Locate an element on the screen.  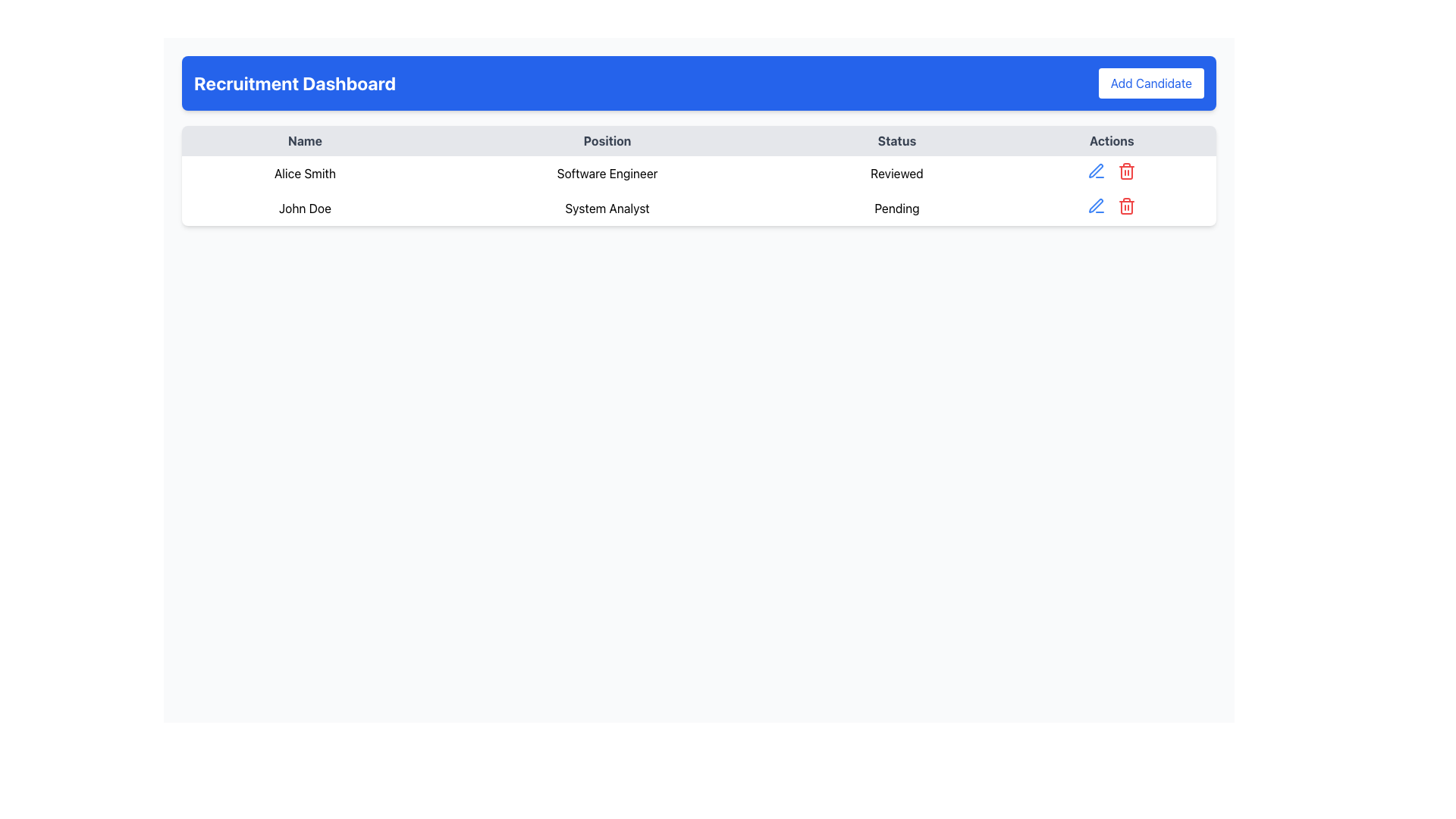
the edit pen icon located in the actions column of the second row of the table, aligned with 'Pending' status for 'John Doe' is located at coordinates (1097, 206).